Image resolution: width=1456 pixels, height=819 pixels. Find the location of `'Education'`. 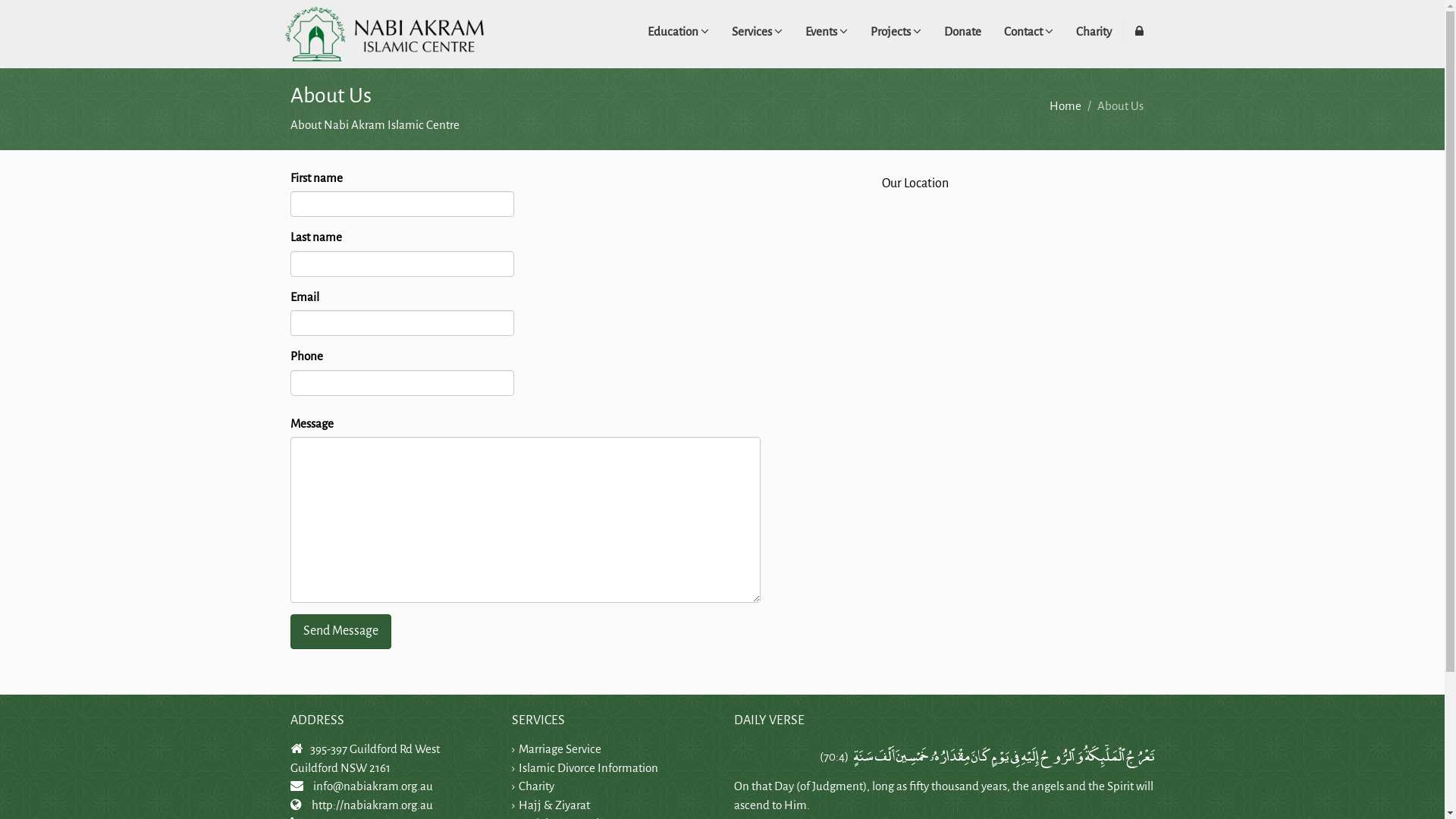

'Education' is located at coordinates (676, 32).